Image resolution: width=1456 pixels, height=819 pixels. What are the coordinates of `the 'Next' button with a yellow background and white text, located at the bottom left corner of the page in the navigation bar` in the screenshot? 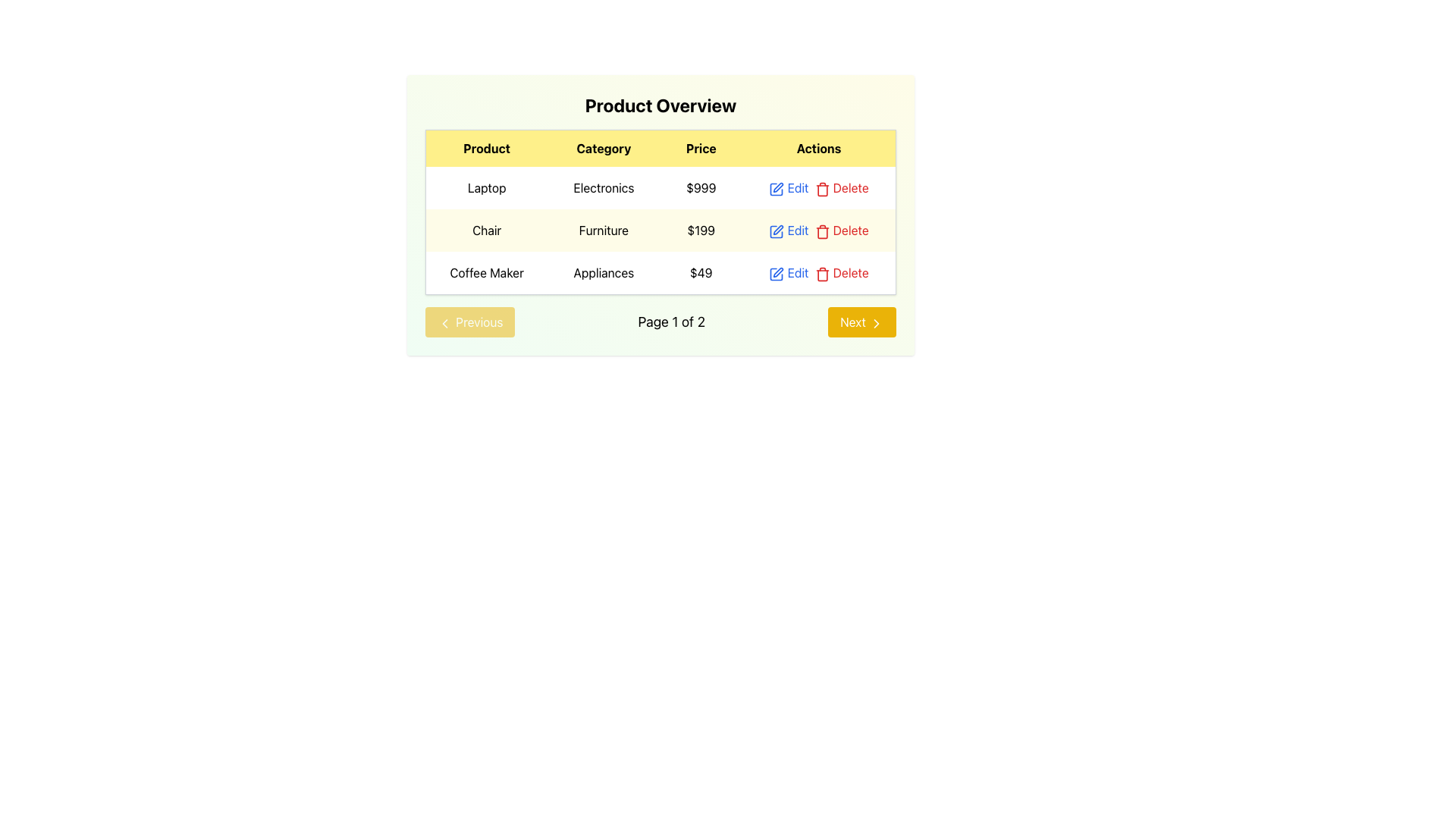 It's located at (862, 321).